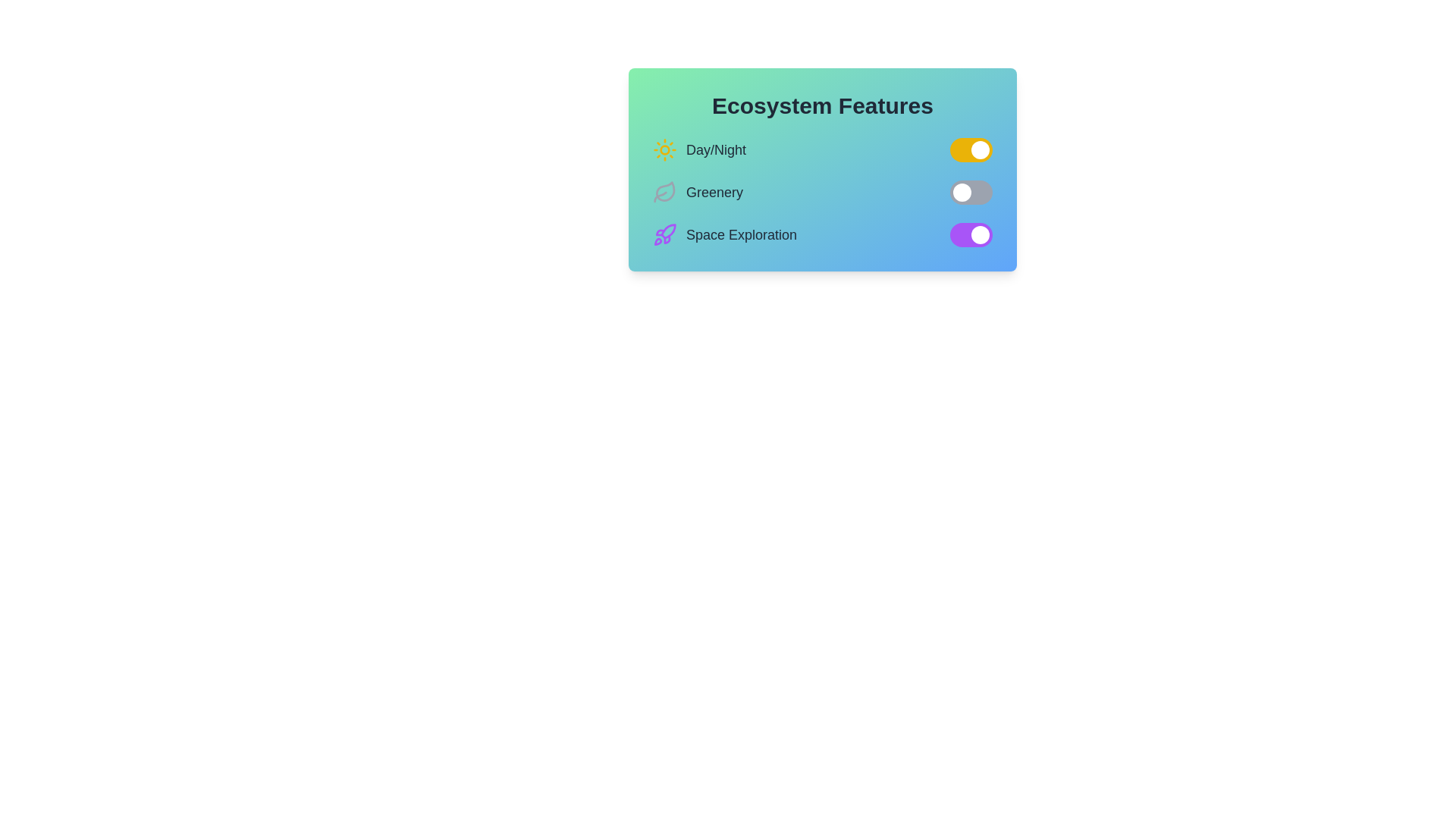  I want to click on the text label for the toggle-able feature named 'Space Exploration', which is the third entry under the 'Ecosystem Features' heading, so click(742, 234).